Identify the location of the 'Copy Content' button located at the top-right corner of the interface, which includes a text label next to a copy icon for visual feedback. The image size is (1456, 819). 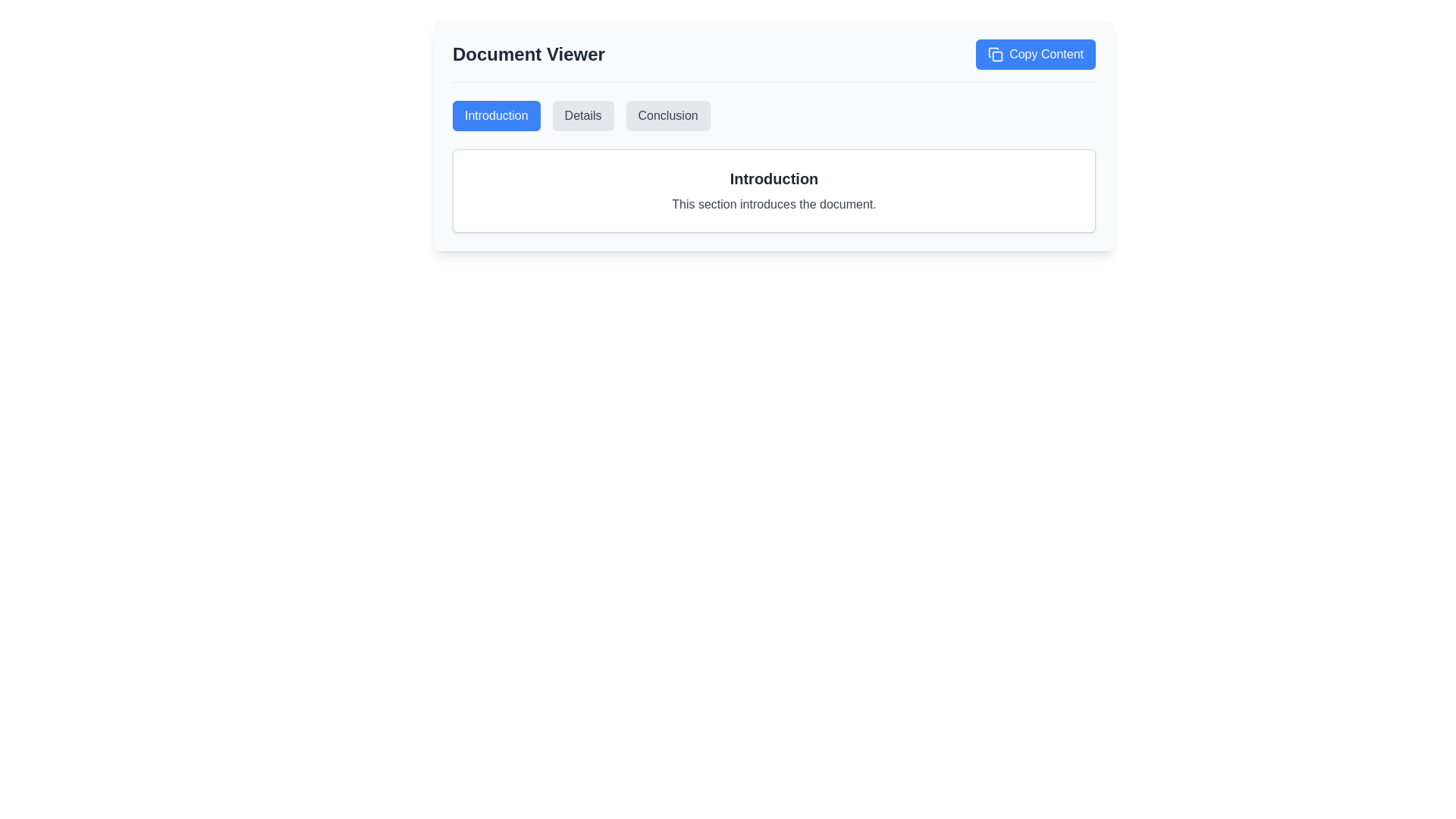
(1046, 54).